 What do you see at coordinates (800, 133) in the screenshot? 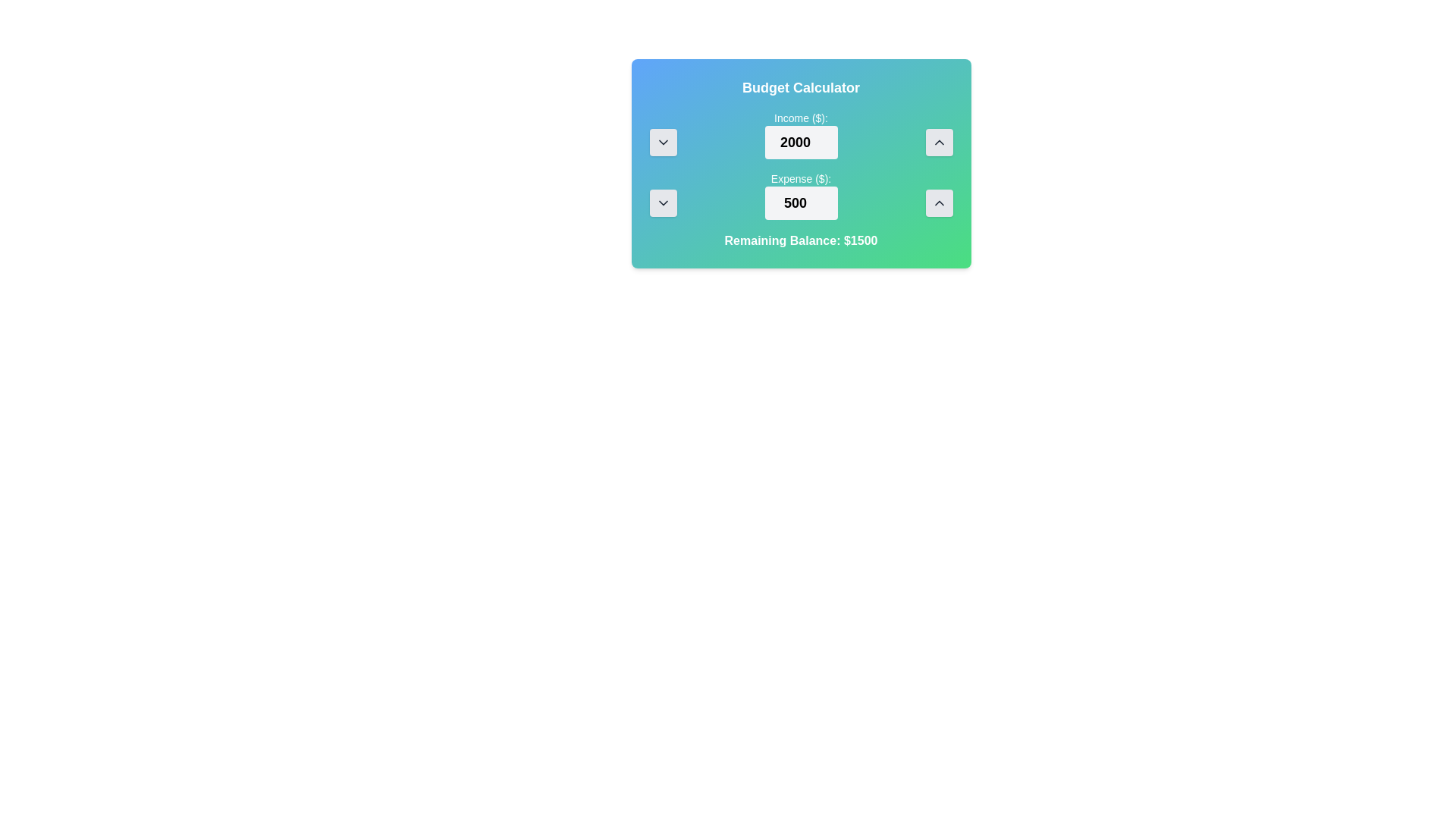
I see `the number input box for adjusting income amount, located centrally under the 'Income ($):' label in the 'Budget Calculator' card` at bounding box center [800, 133].